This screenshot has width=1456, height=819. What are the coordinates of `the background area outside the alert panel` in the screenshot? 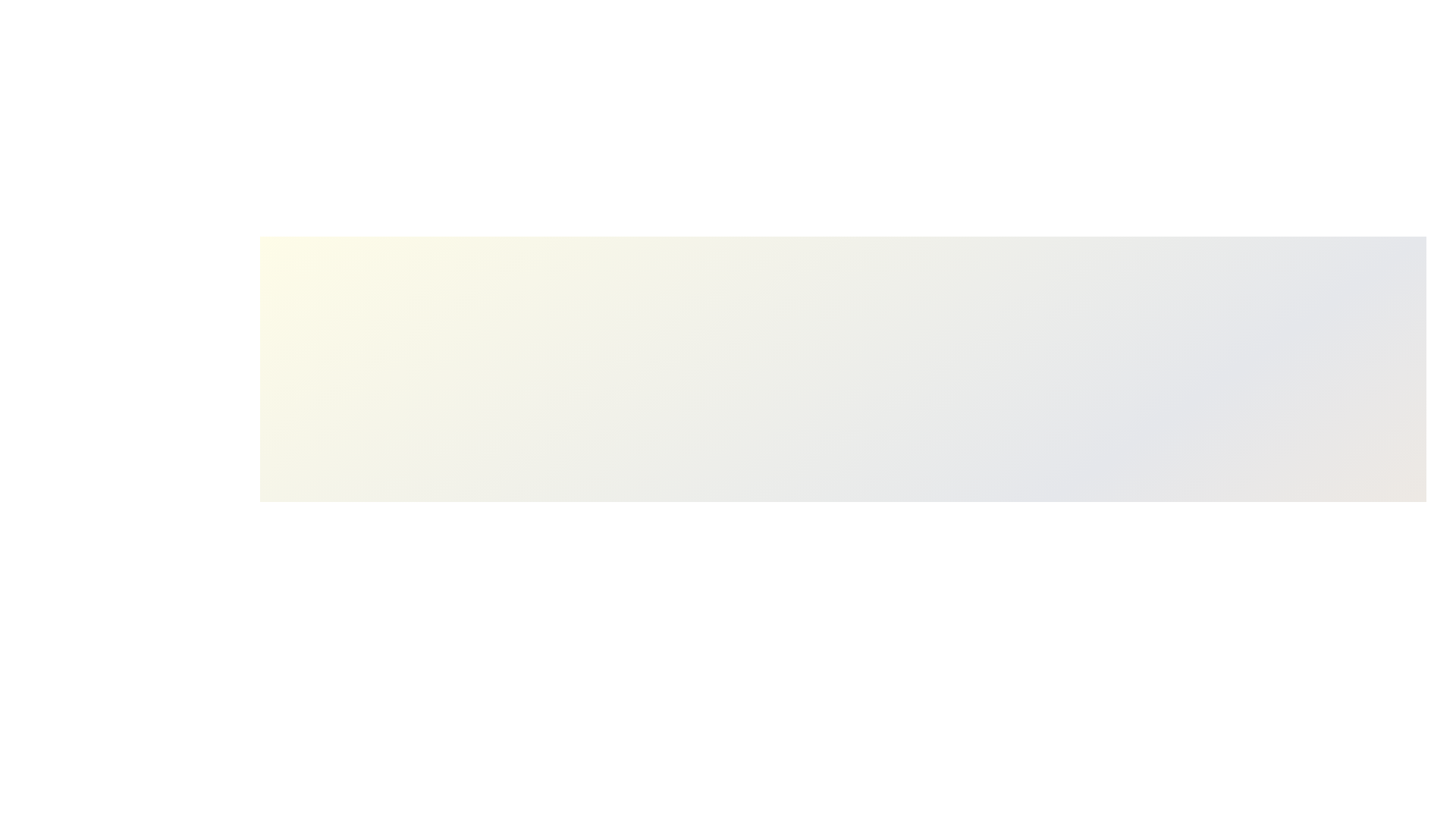 It's located at (75, 76).